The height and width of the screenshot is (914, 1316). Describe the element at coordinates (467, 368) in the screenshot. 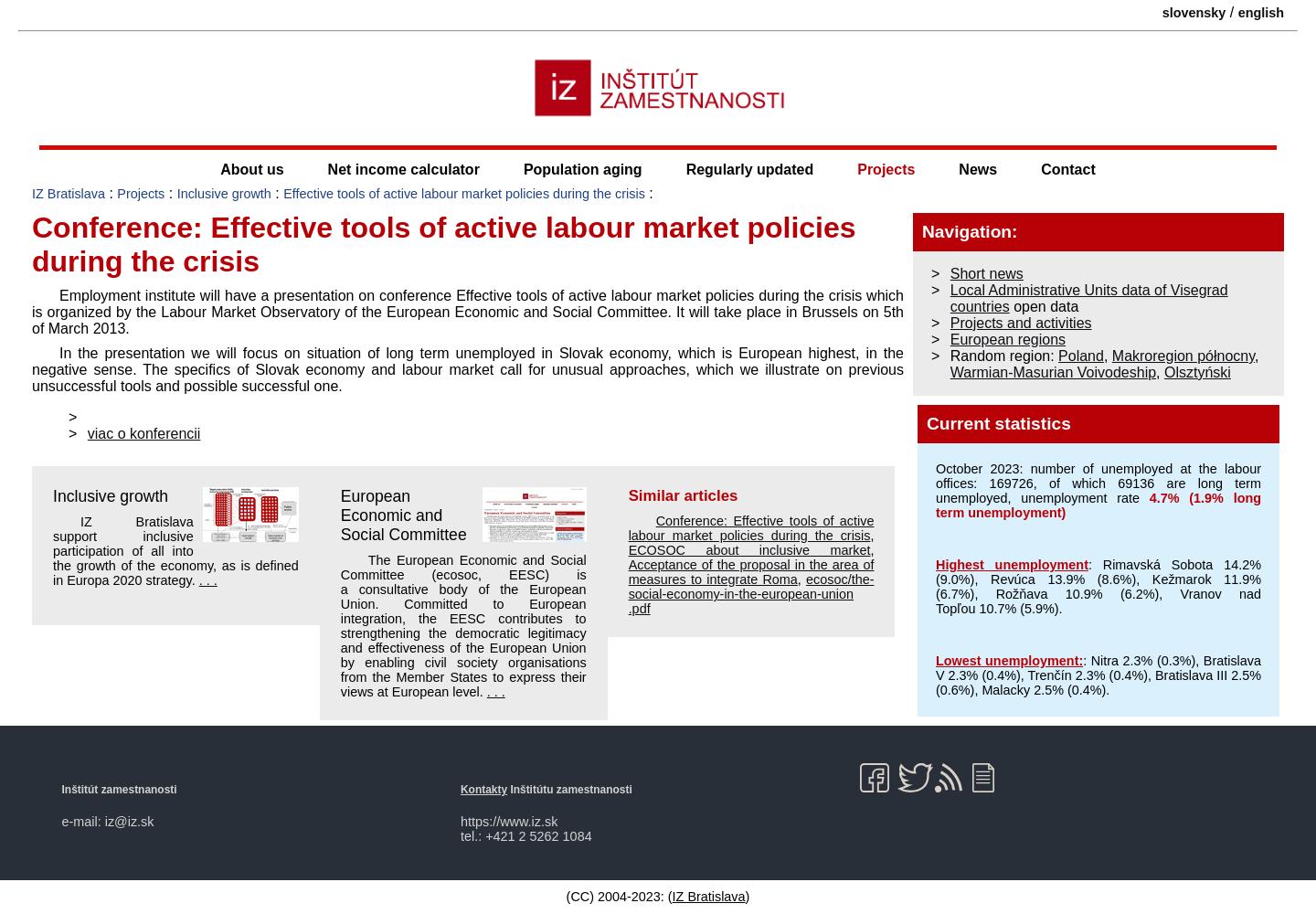

I see `'In the presentation we will focus on situation of long term unemployed in Slovak economy, which is European highest, in the negative sense. The specifics of Slovak economy and labour market call for unusual approaches, which we illustrate on previous unsuccessful tools and possible successful one.'` at that location.